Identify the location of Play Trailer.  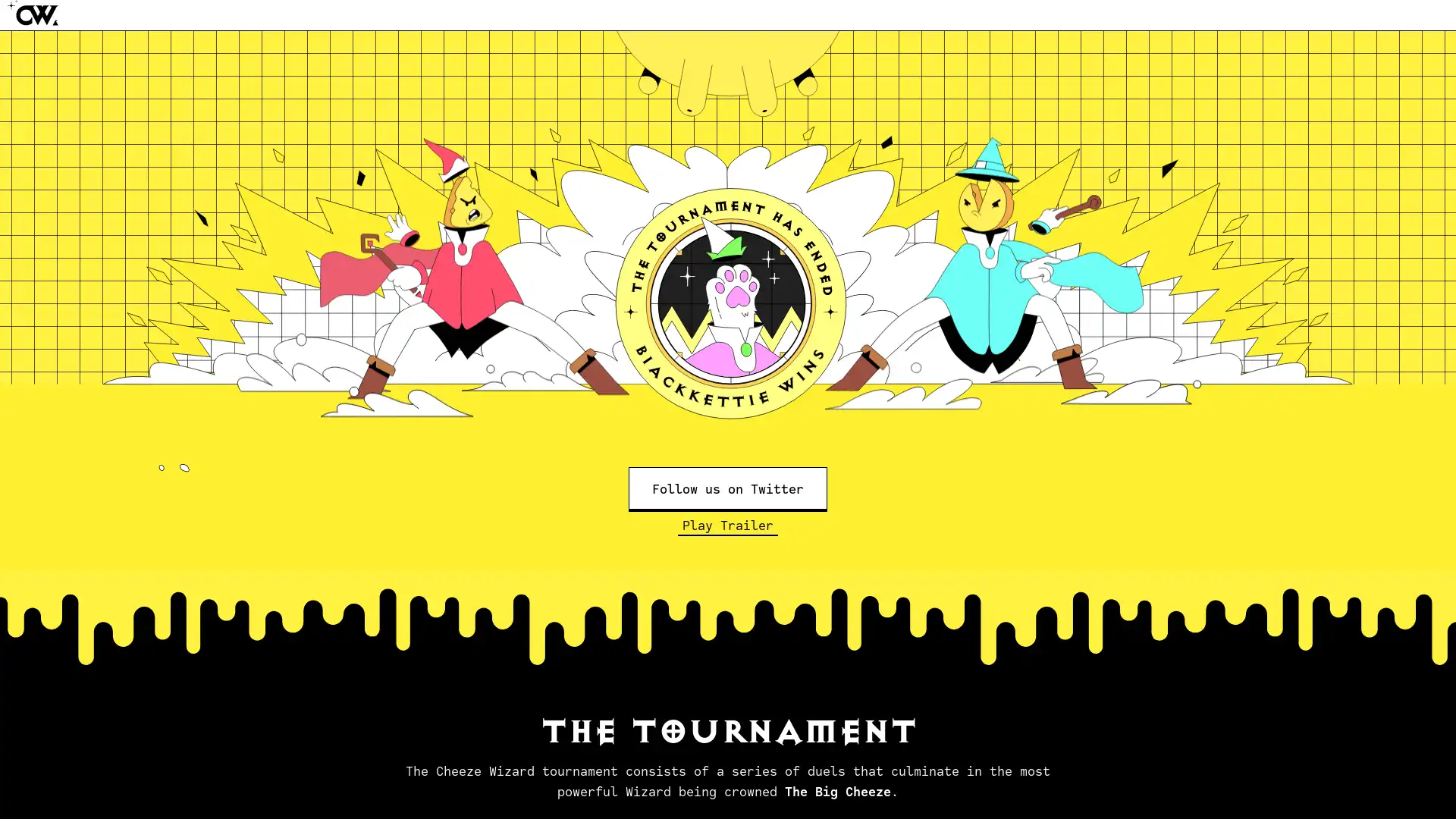
(728, 526).